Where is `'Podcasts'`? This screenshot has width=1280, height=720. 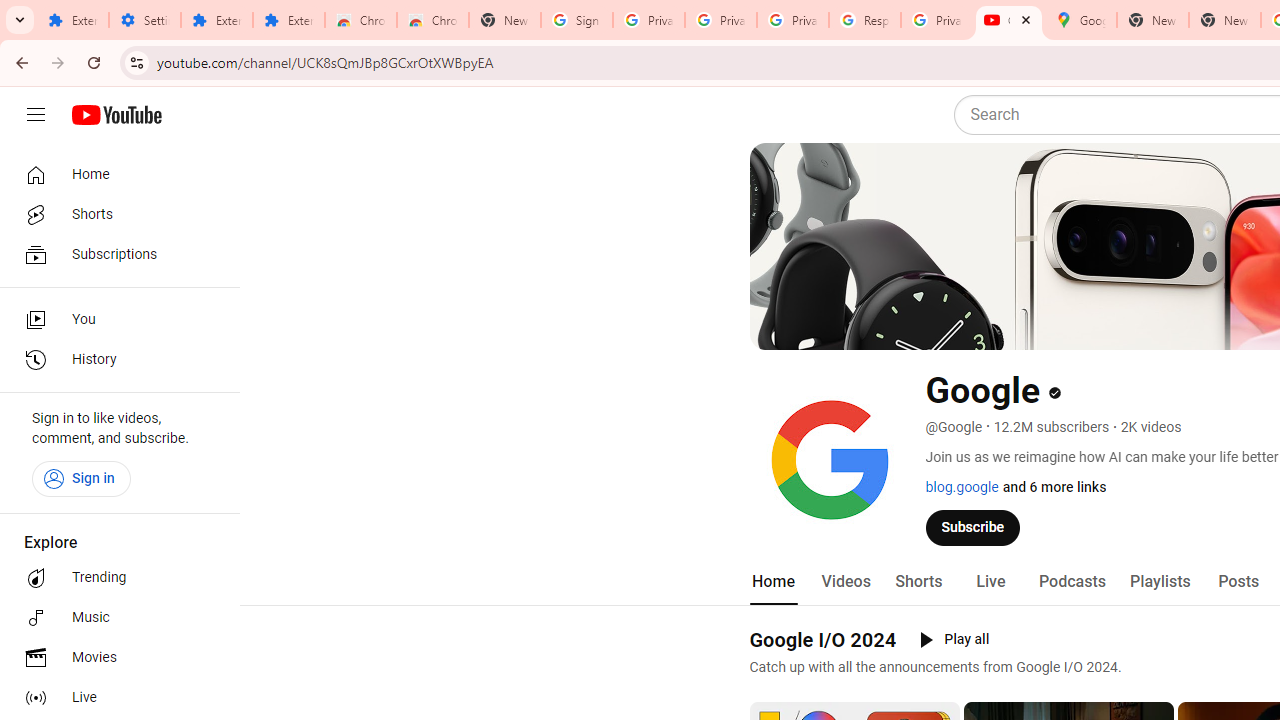
'Podcasts' is located at coordinates (1071, 581).